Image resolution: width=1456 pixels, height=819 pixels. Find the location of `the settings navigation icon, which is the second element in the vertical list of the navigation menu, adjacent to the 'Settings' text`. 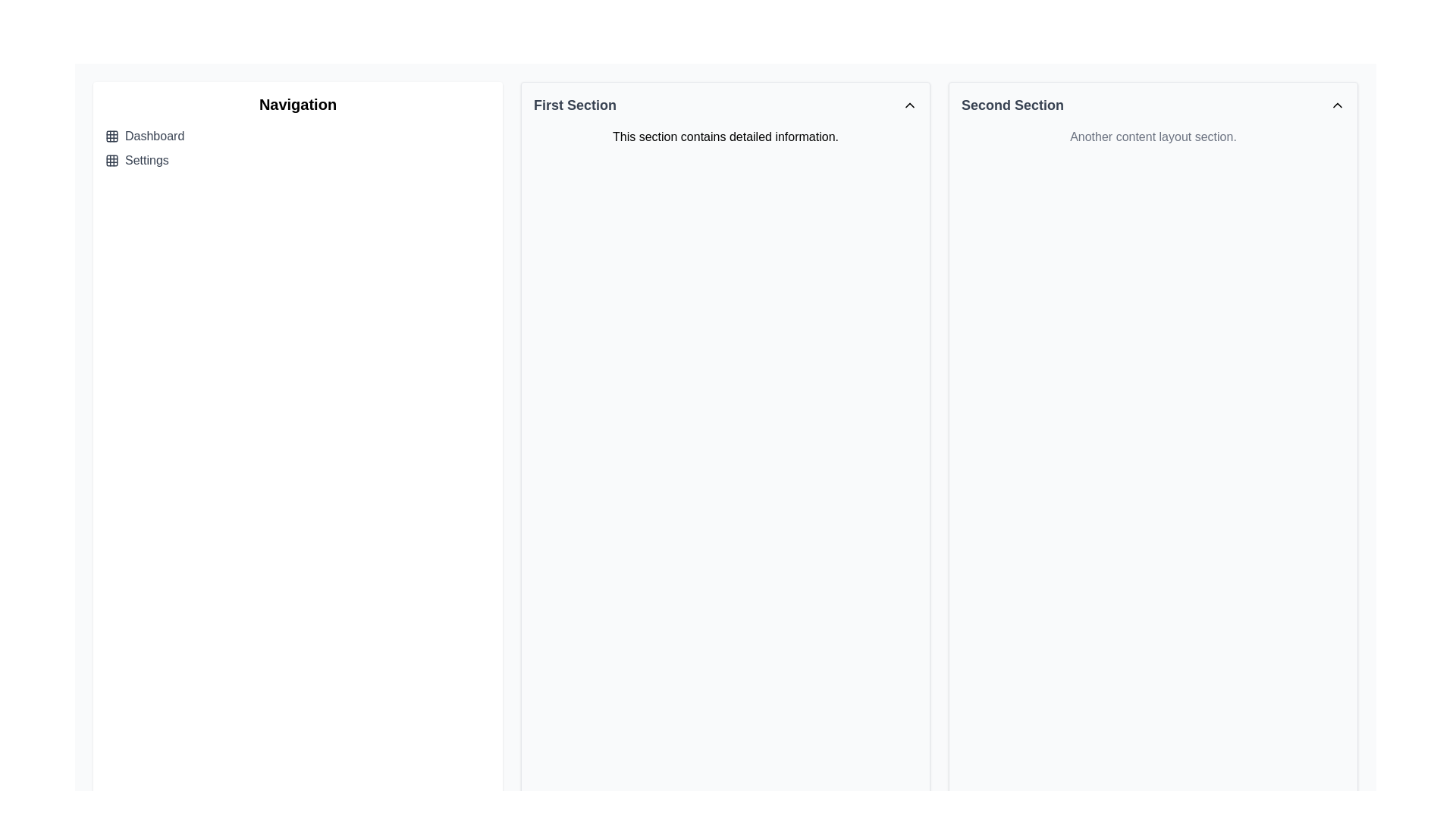

the settings navigation icon, which is the second element in the vertical list of the navigation menu, adjacent to the 'Settings' text is located at coordinates (111, 161).